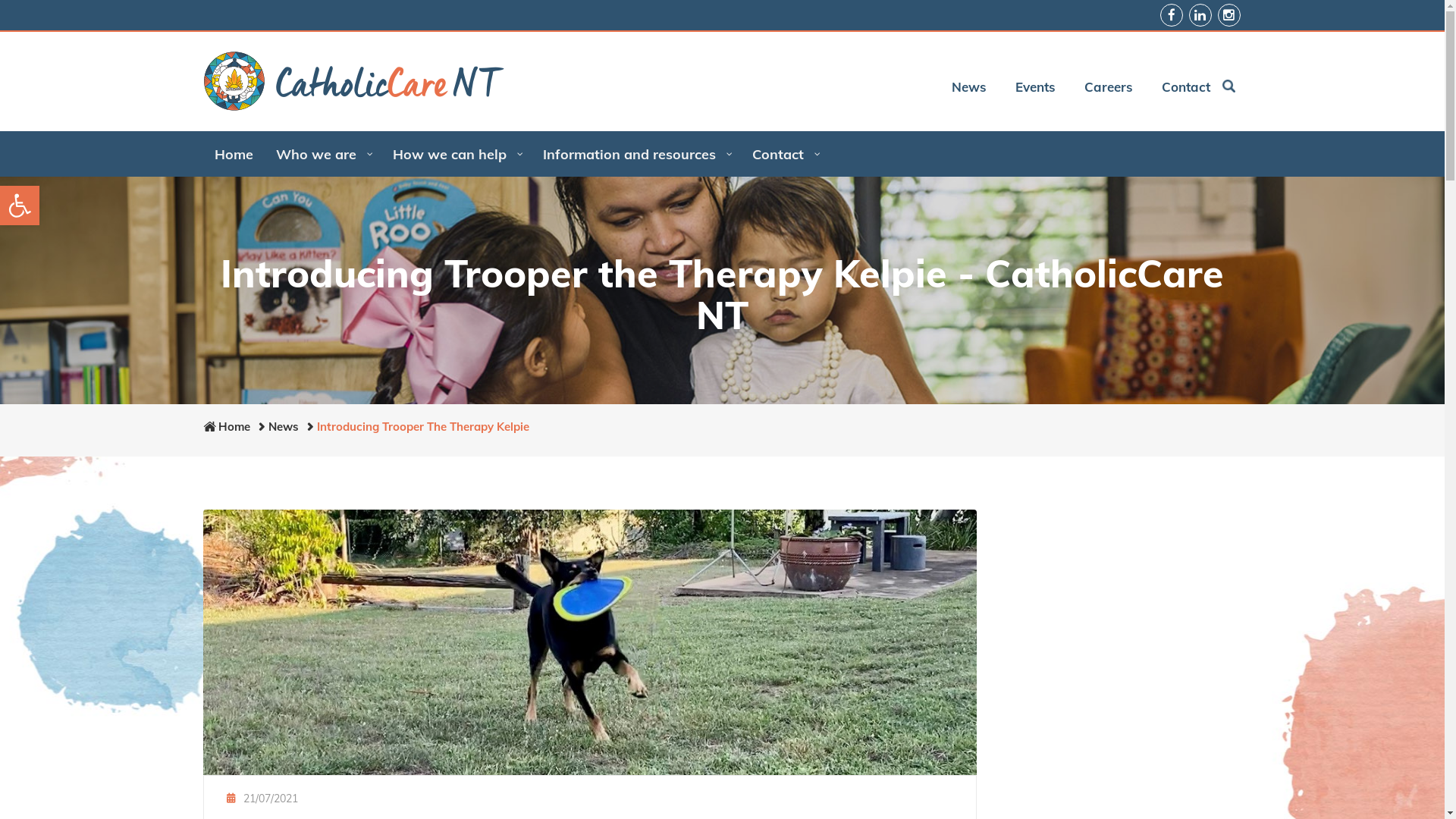  What do you see at coordinates (353, 81) in the screenshot?
I see `'Salonika'` at bounding box center [353, 81].